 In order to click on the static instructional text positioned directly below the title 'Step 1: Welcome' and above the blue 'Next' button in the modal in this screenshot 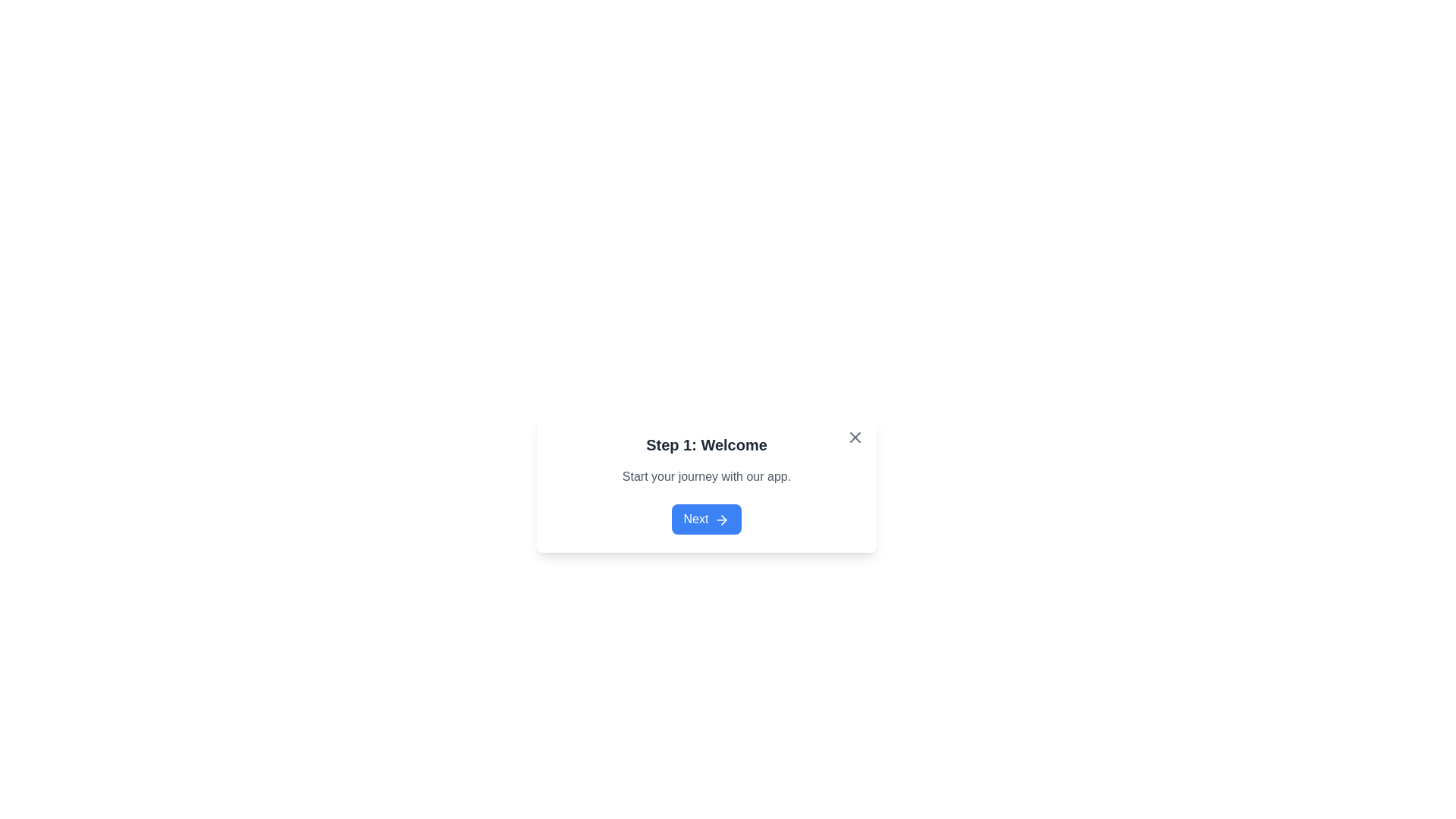, I will do `click(705, 475)`.